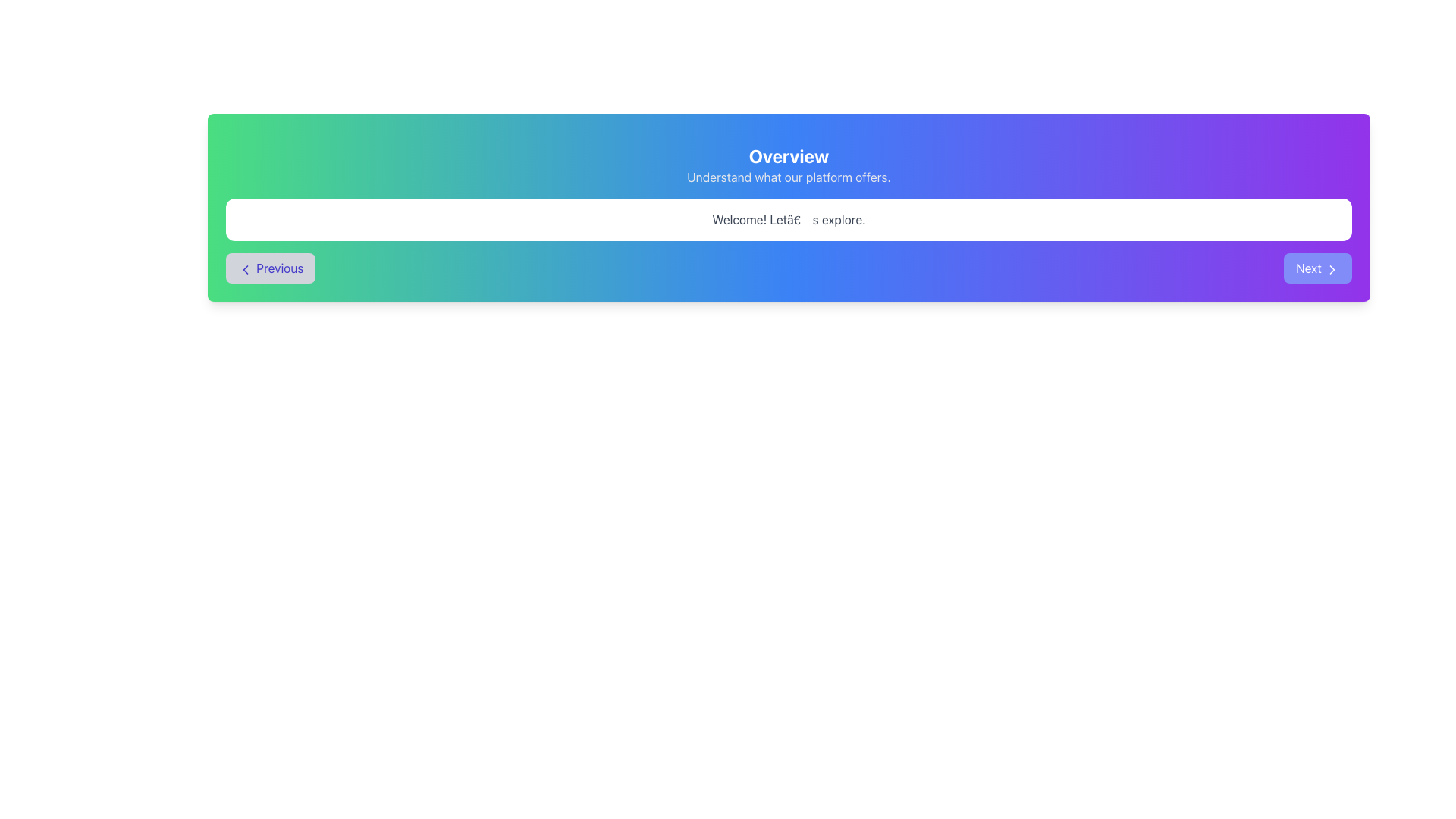  I want to click on the 'Previous' button, which has a rounded shape with a light indigo background and darker indigo text, so click(270, 268).